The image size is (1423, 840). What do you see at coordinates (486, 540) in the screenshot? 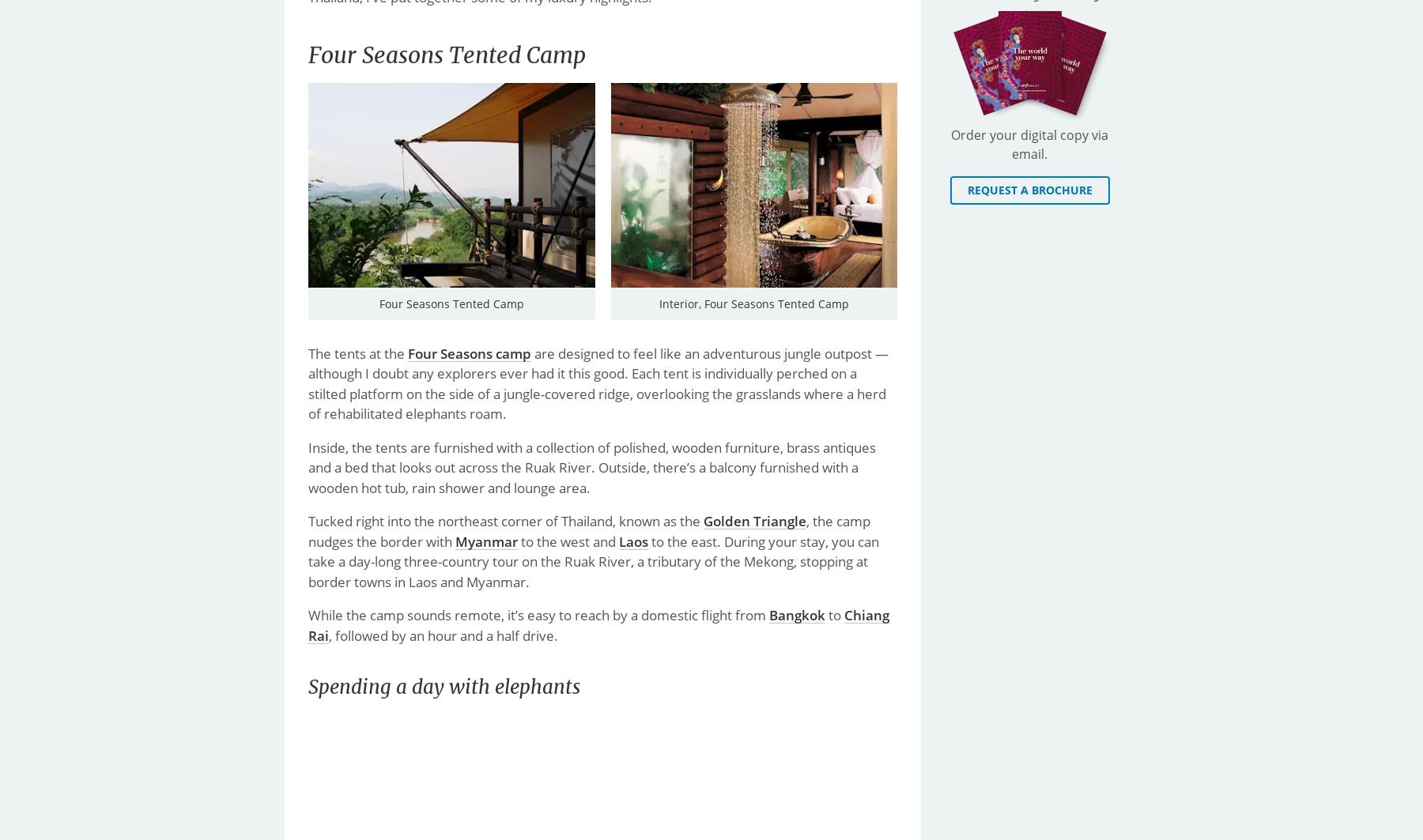
I see `'Myanmar'` at bounding box center [486, 540].